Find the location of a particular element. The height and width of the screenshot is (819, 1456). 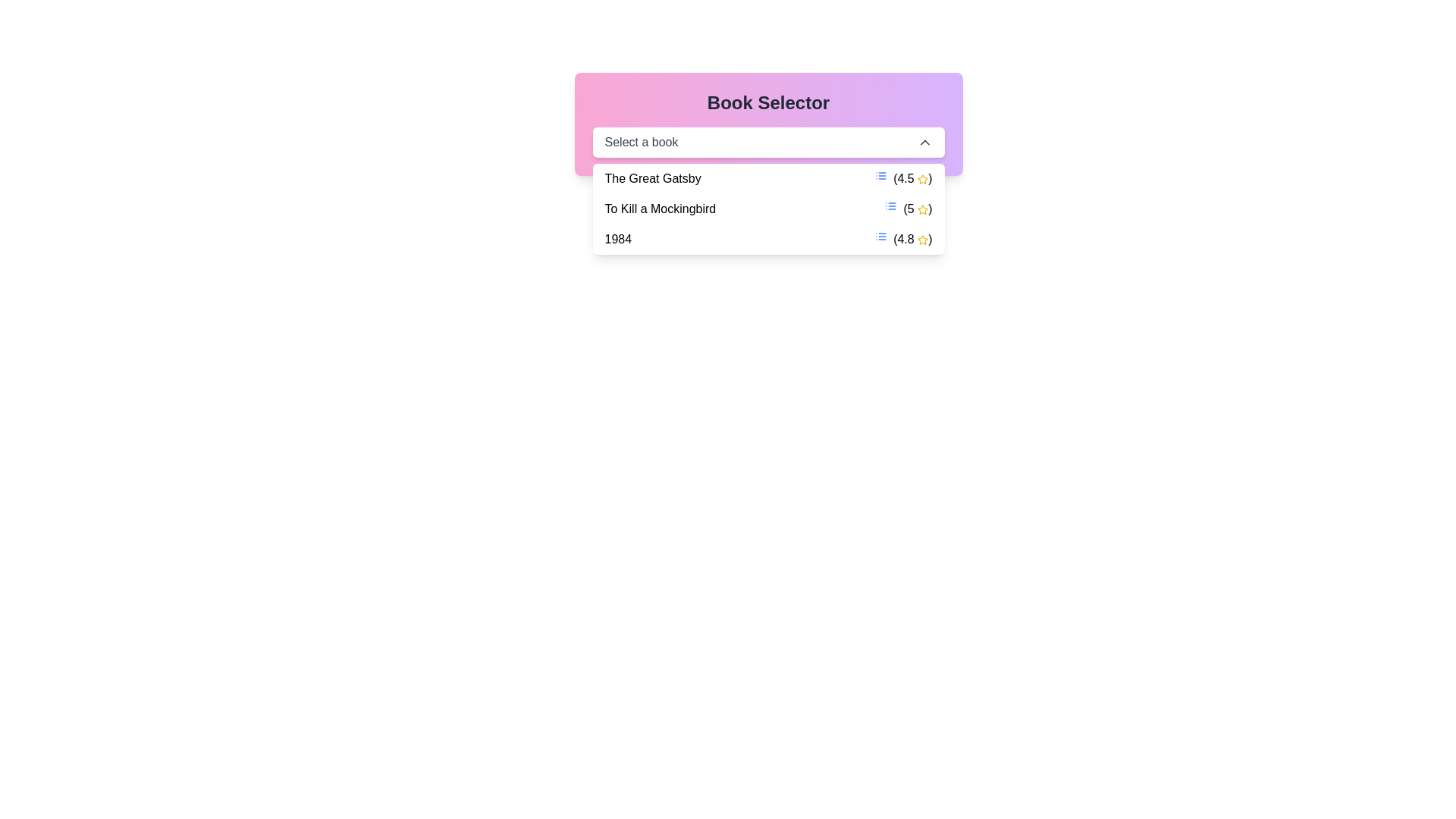

the rating indicator displaying a numerical rating '(5)' followed by a yellow star icon, positioned on the right-hand side of the book entry for 'To Kill a Mockingbird' is located at coordinates (908, 209).